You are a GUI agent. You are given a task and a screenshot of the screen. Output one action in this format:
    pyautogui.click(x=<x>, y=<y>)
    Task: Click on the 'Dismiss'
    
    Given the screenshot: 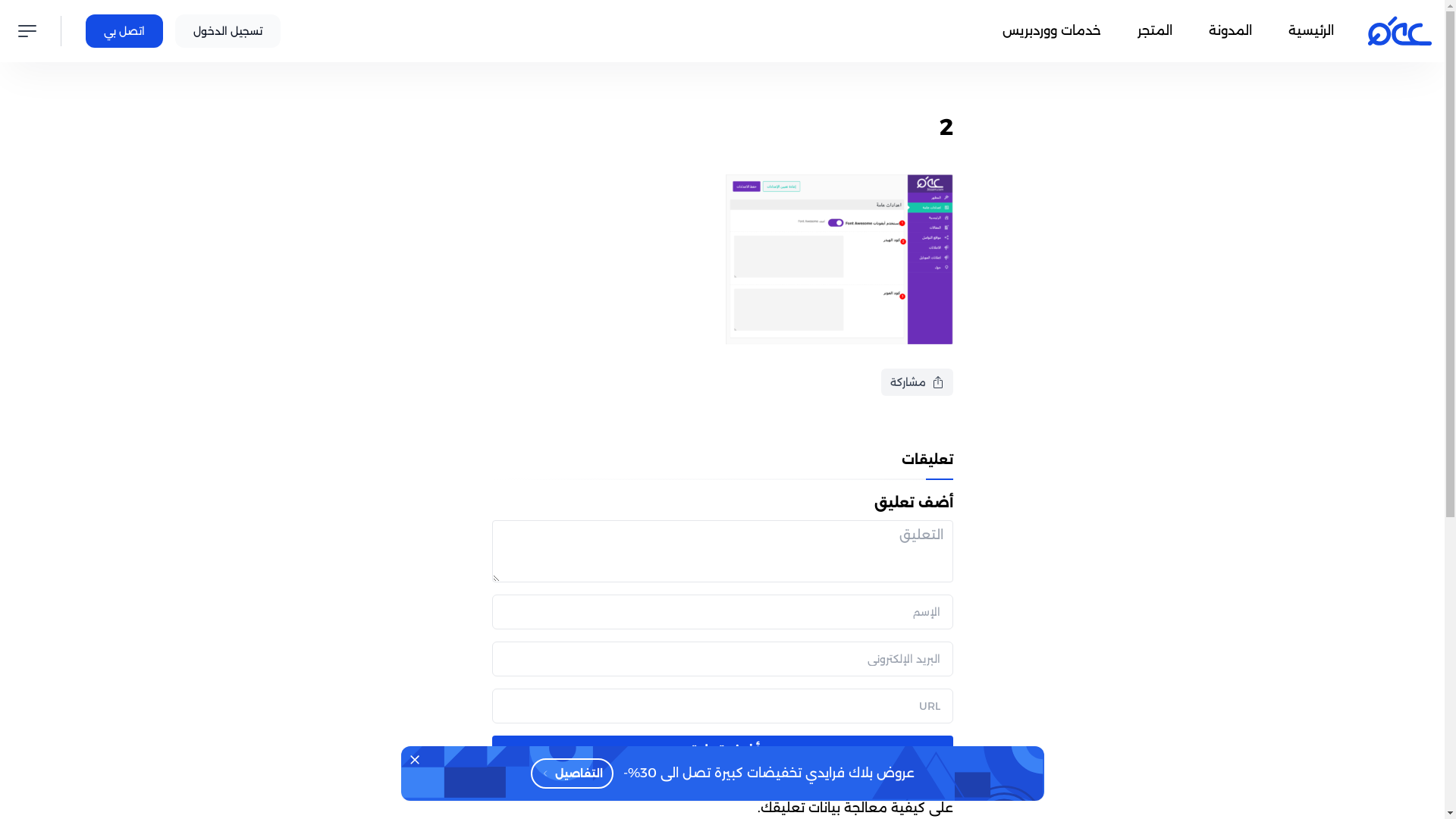 What is the action you would take?
    pyautogui.click(x=414, y=760)
    